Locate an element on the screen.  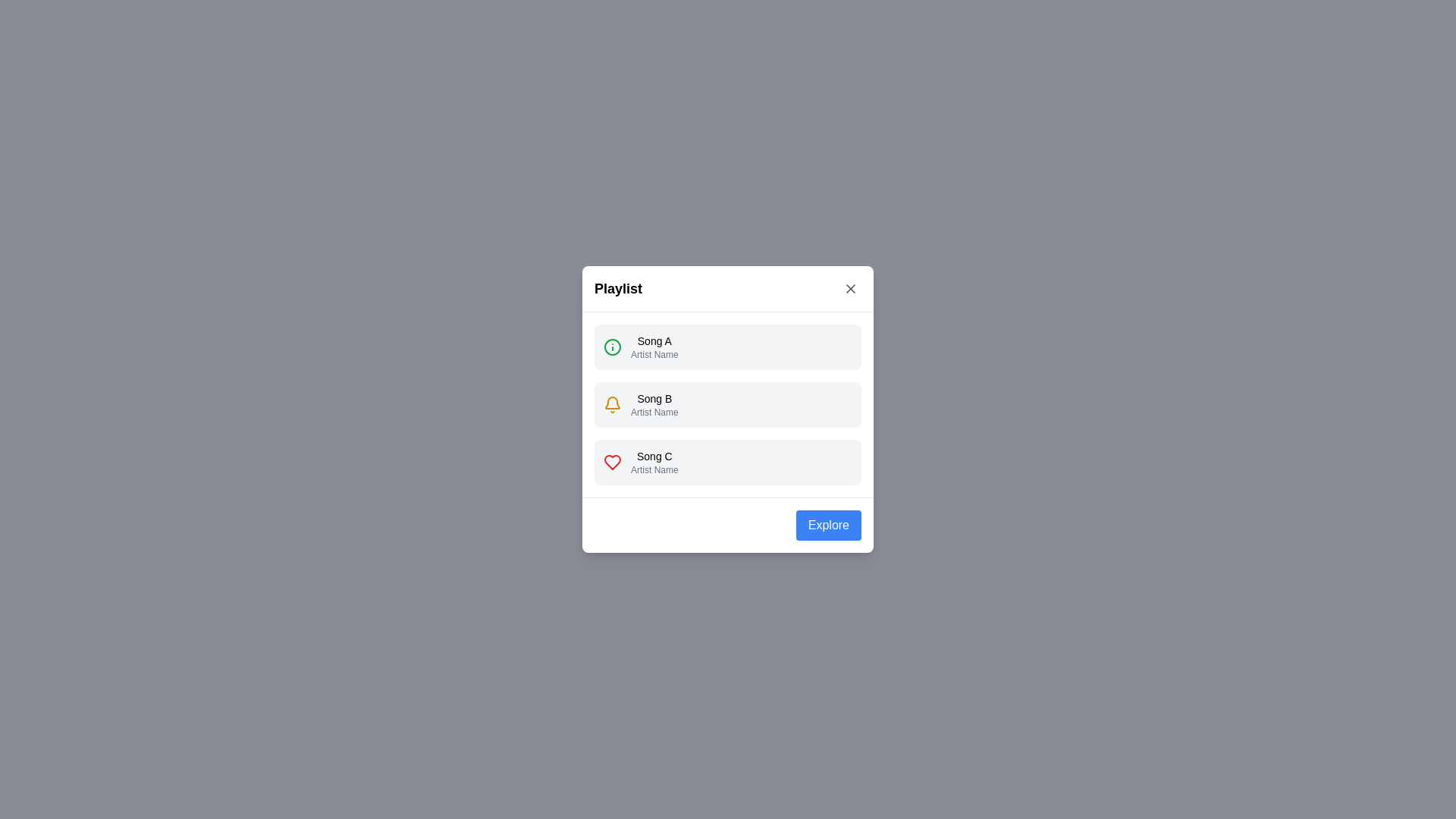
the circular button with a gray 'X' icon is located at coordinates (851, 289).